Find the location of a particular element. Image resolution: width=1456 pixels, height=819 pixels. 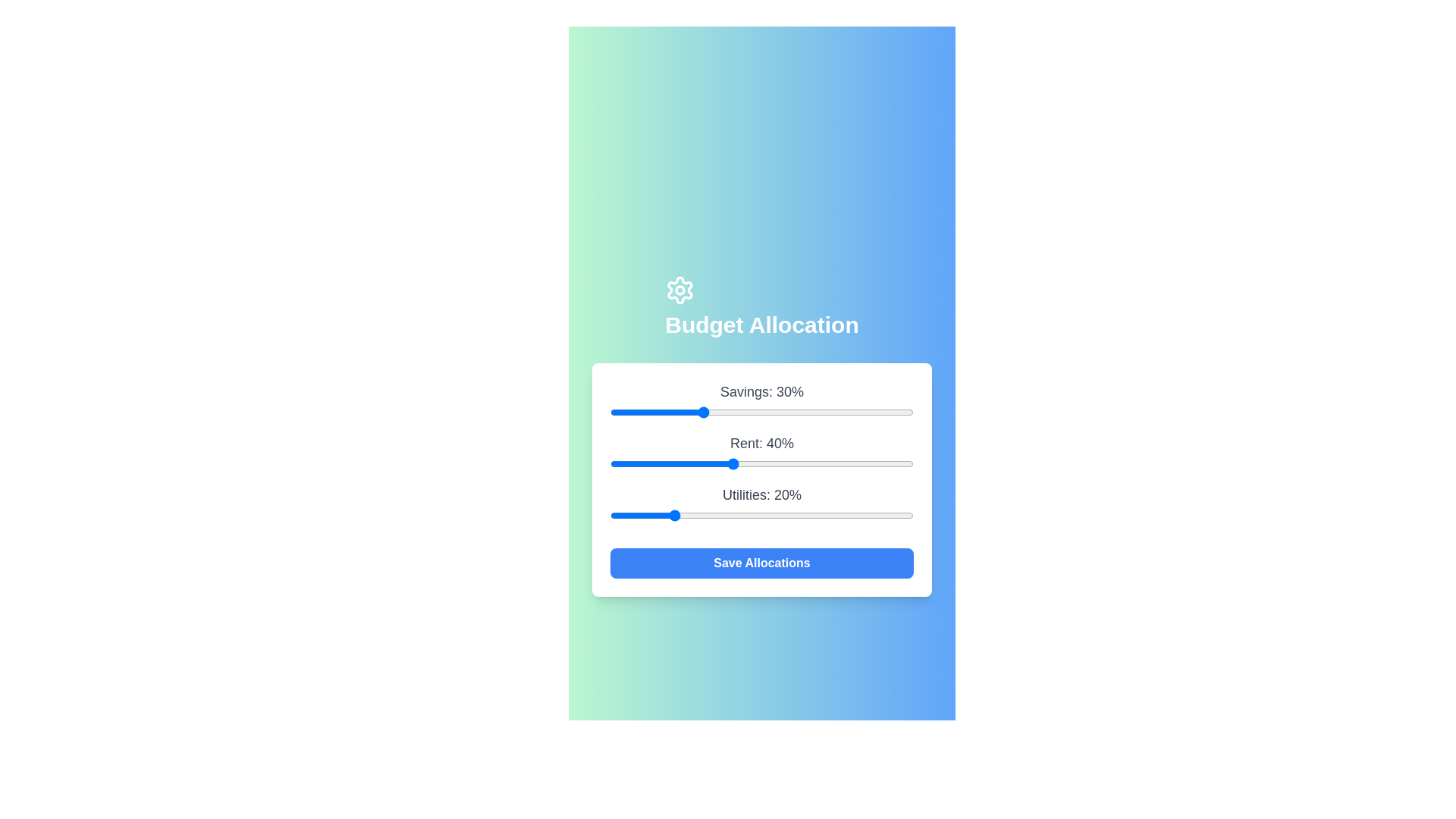

the 'Utilities' slider to allocate 14% of the budget is located at coordinates (652, 514).